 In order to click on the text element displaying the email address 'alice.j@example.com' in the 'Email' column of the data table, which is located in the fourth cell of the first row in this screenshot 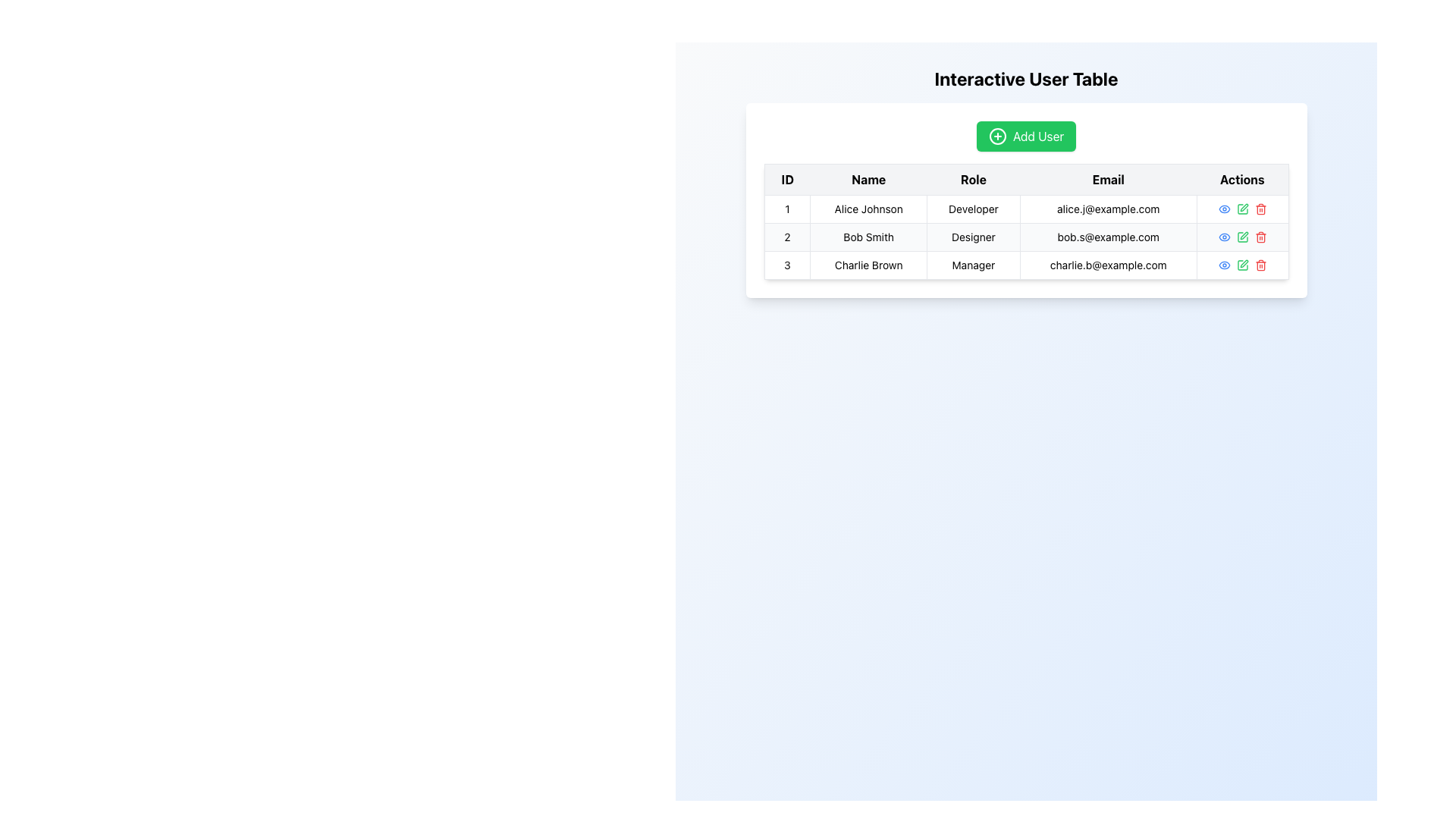, I will do `click(1108, 209)`.